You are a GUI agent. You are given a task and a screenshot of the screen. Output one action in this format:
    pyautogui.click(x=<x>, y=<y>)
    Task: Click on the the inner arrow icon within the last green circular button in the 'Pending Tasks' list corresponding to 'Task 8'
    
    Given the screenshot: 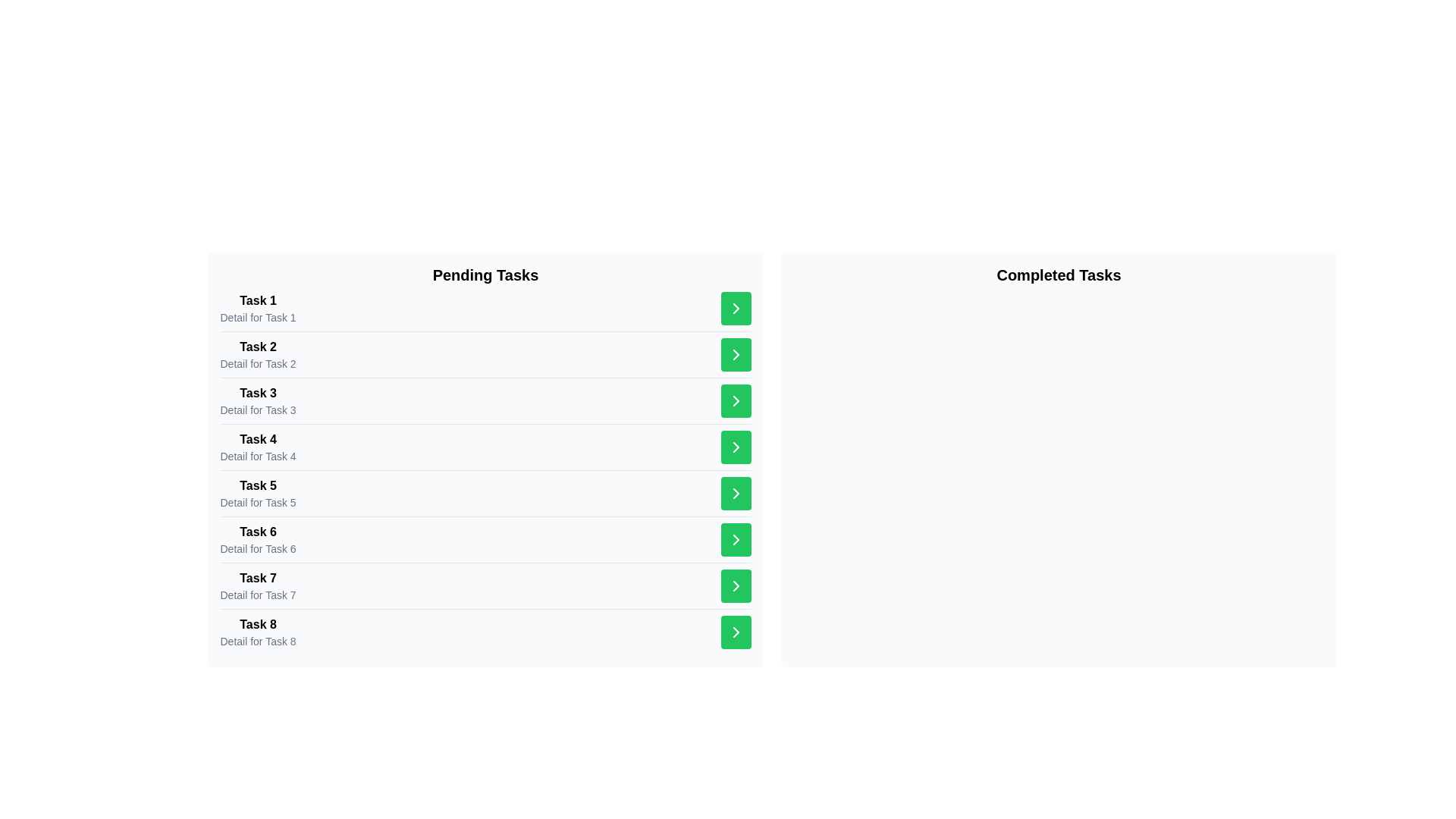 What is the action you would take?
    pyautogui.click(x=736, y=632)
    